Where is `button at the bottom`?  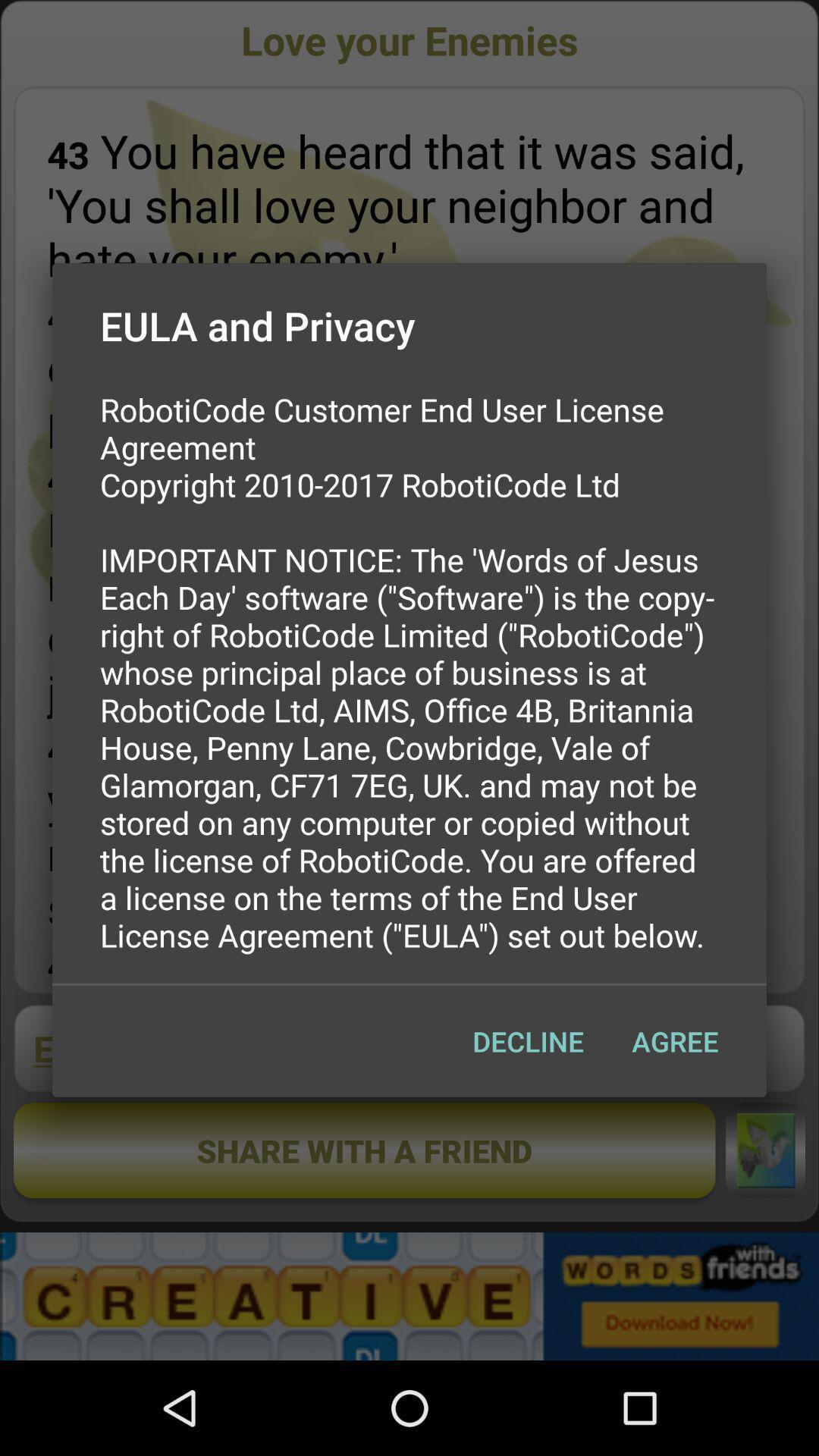 button at the bottom is located at coordinates (527, 1040).